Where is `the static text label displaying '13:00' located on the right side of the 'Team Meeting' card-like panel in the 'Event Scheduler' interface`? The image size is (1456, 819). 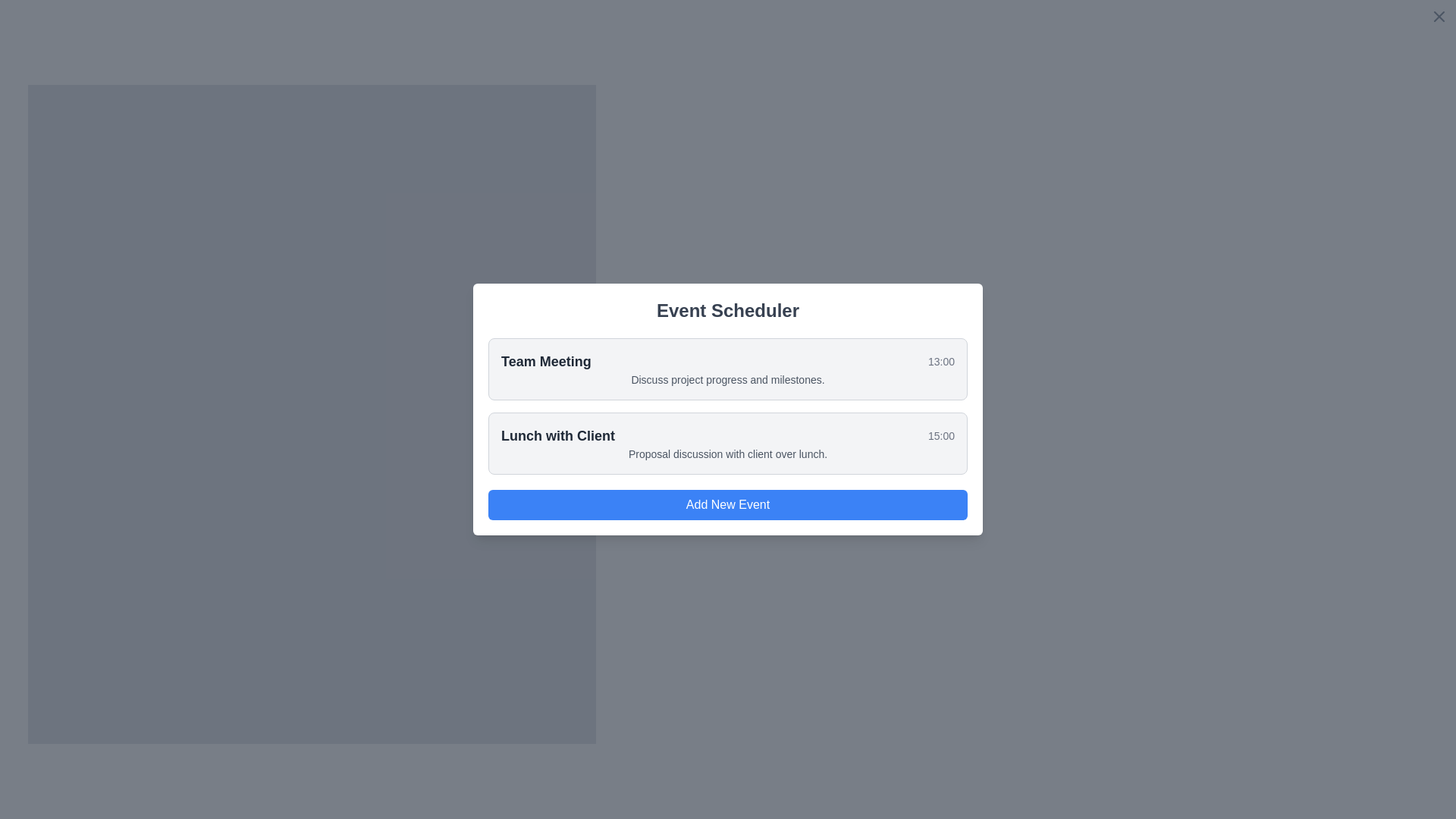 the static text label displaying '13:00' located on the right side of the 'Team Meeting' card-like panel in the 'Event Scheduler' interface is located at coordinates (940, 362).